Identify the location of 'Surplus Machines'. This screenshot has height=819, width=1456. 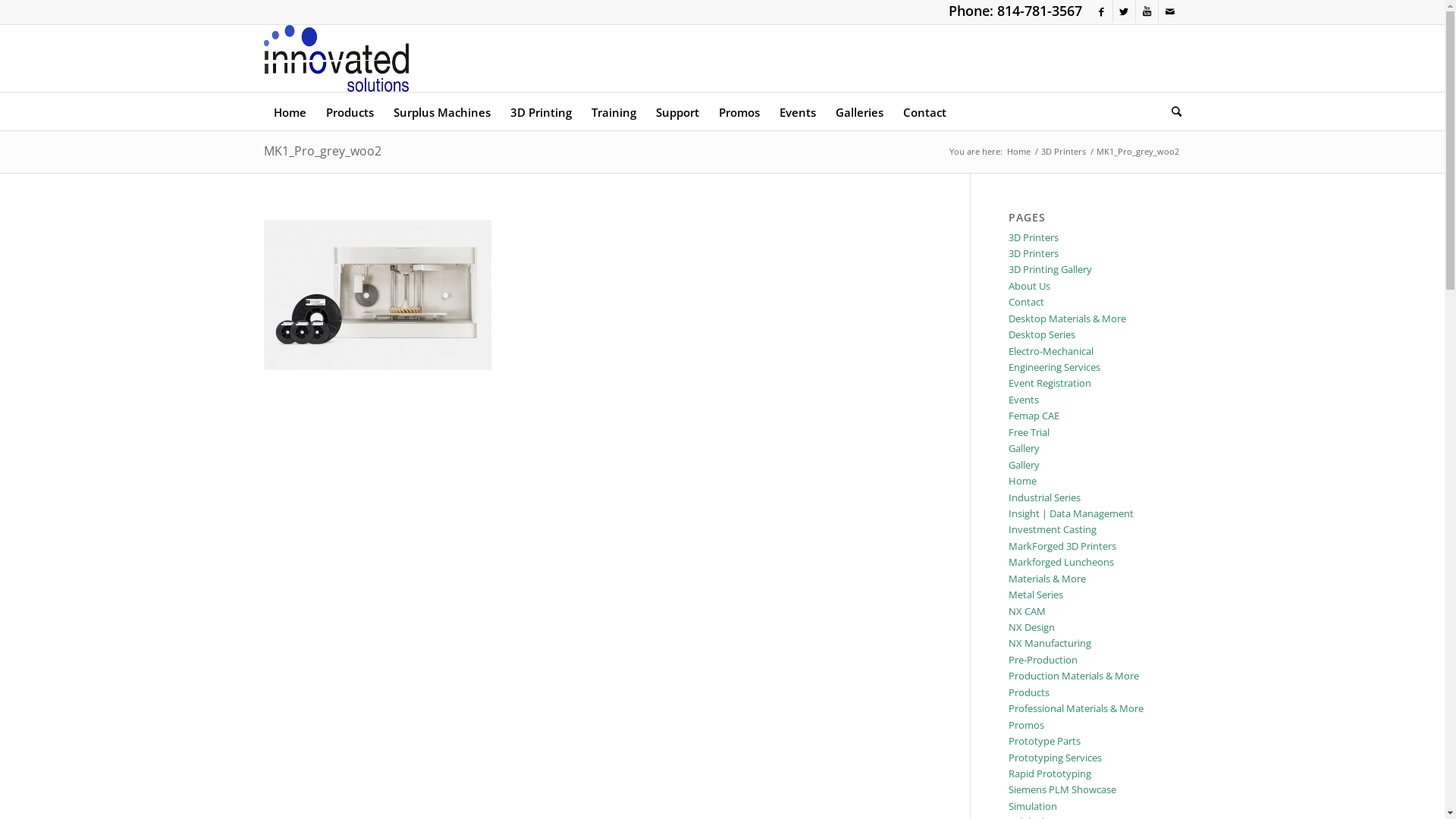
(441, 110).